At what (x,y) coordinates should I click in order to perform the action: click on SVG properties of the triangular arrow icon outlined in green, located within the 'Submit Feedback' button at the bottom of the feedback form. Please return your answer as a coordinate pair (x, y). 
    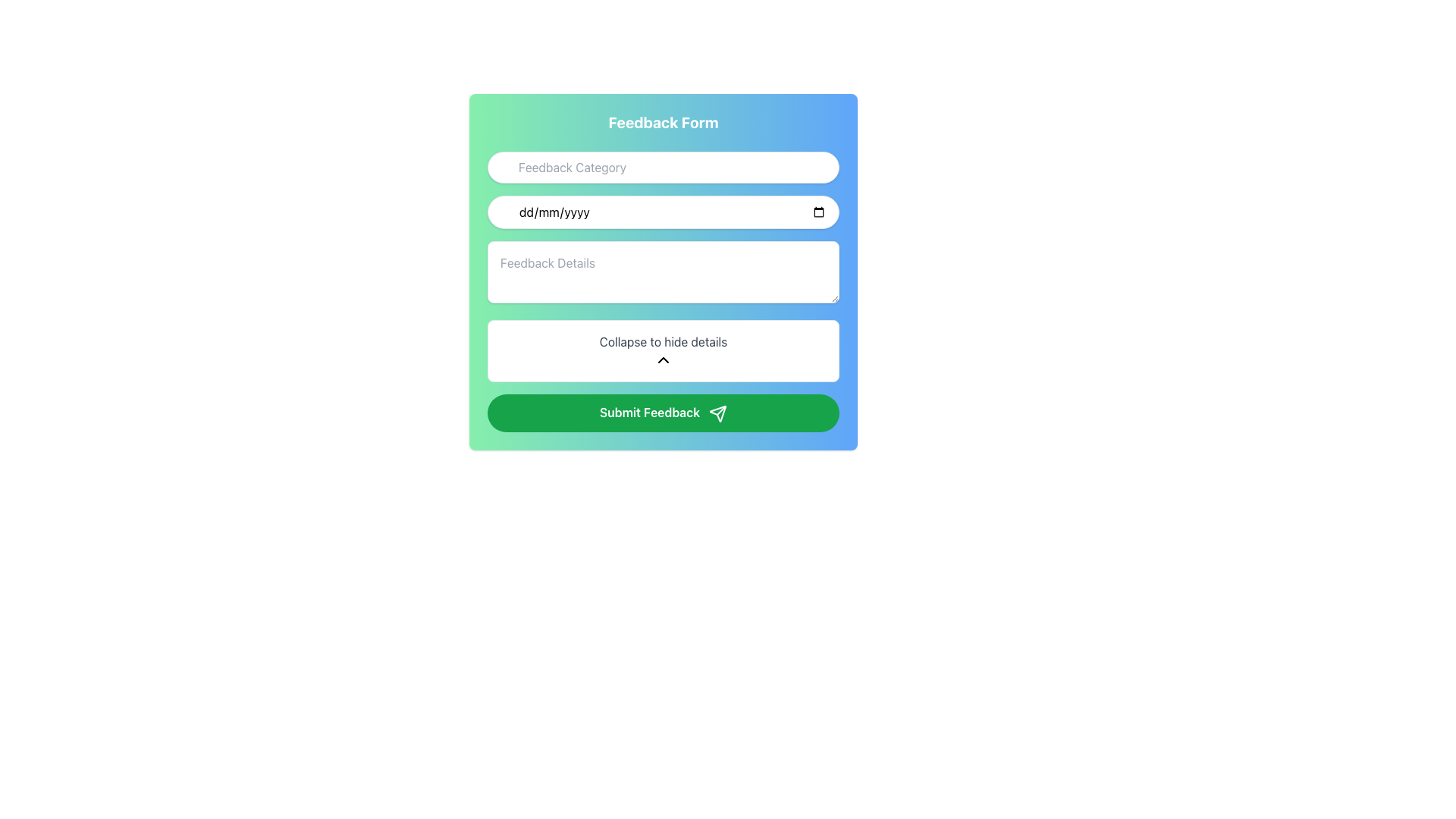
    Looking at the image, I should click on (717, 413).